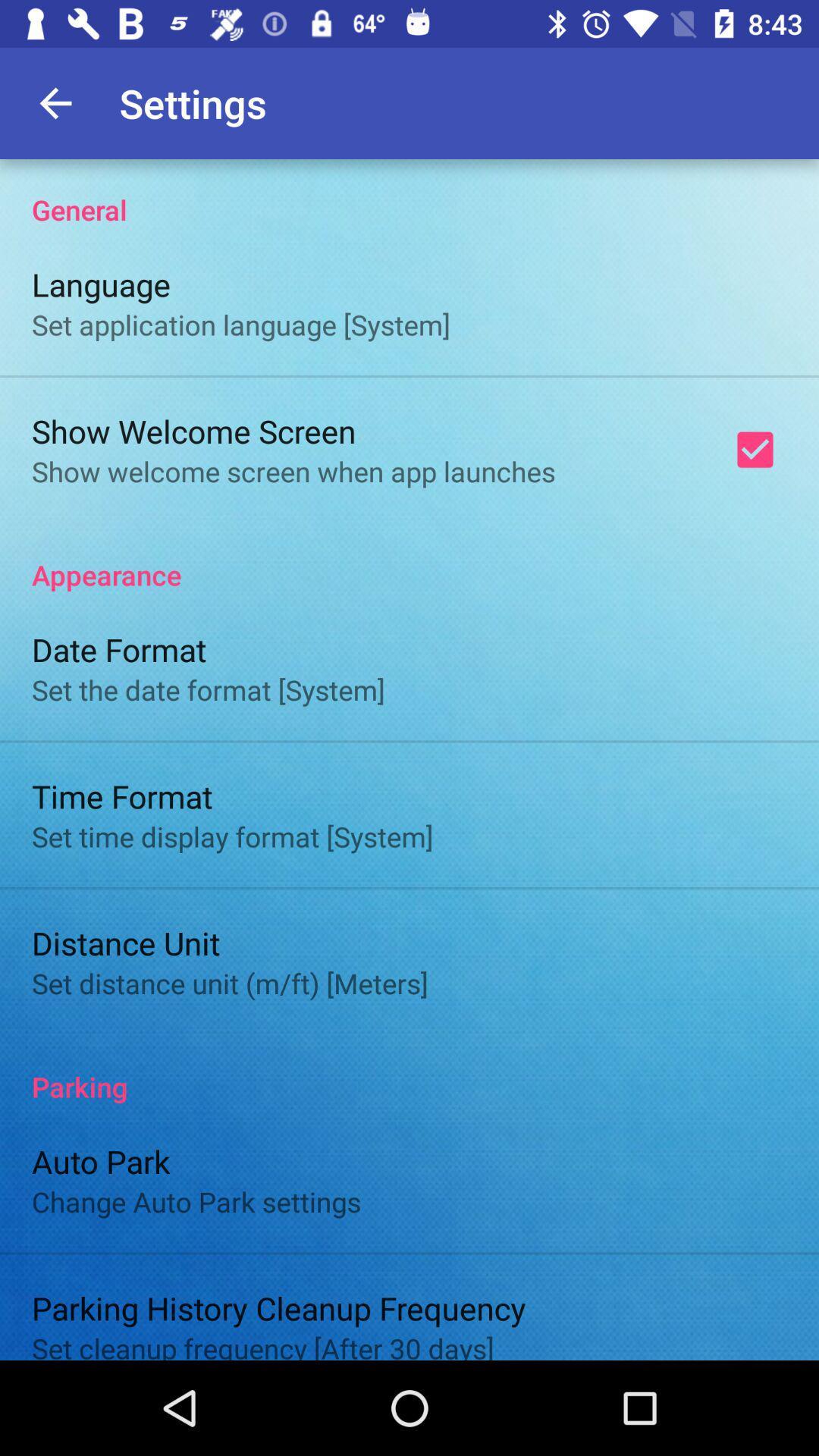 The image size is (819, 1456). Describe the element at coordinates (278, 1307) in the screenshot. I see `parking history cleanup` at that location.